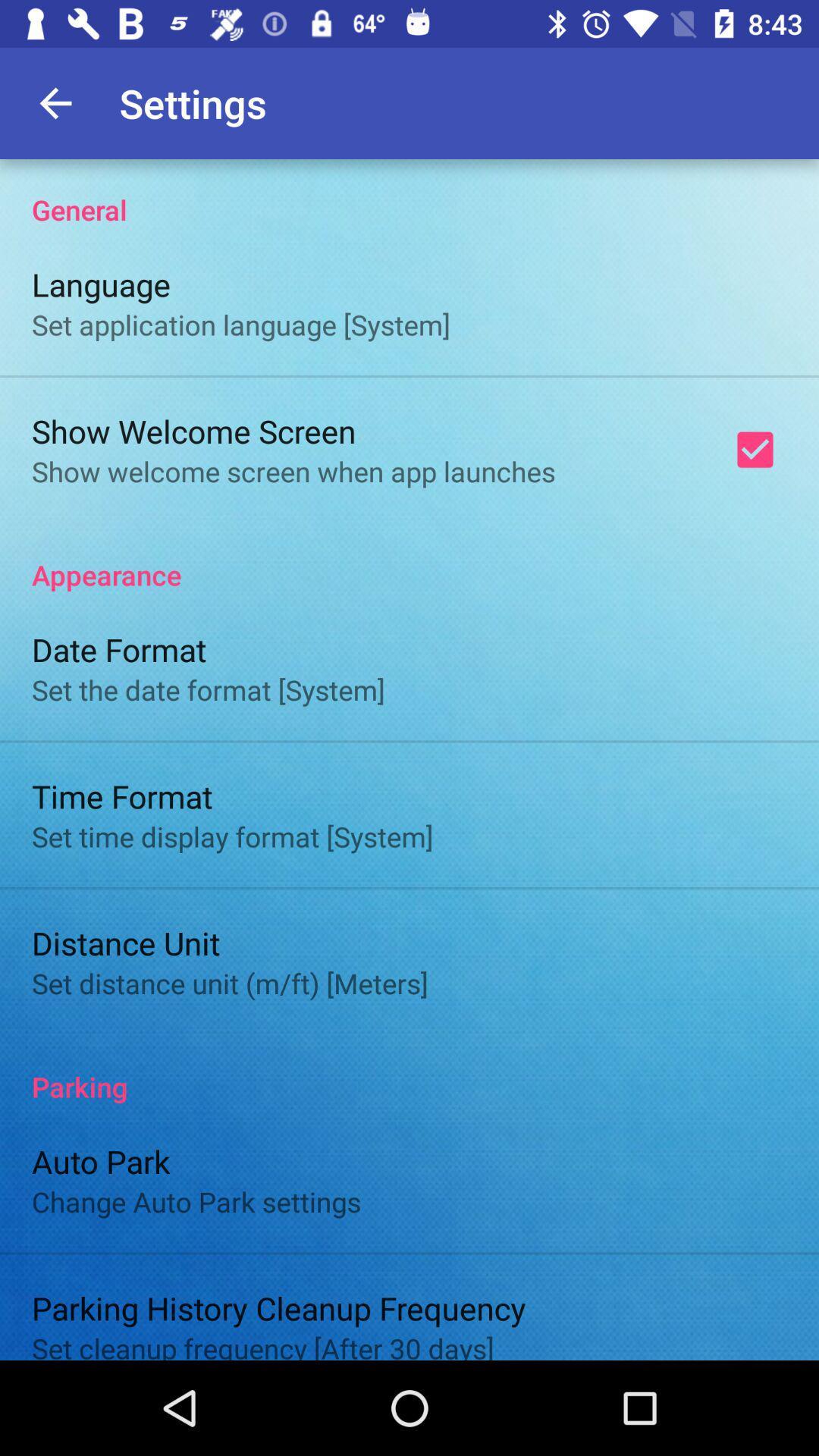 The image size is (819, 1456). Describe the element at coordinates (278, 1307) in the screenshot. I see `parking history cleanup` at that location.